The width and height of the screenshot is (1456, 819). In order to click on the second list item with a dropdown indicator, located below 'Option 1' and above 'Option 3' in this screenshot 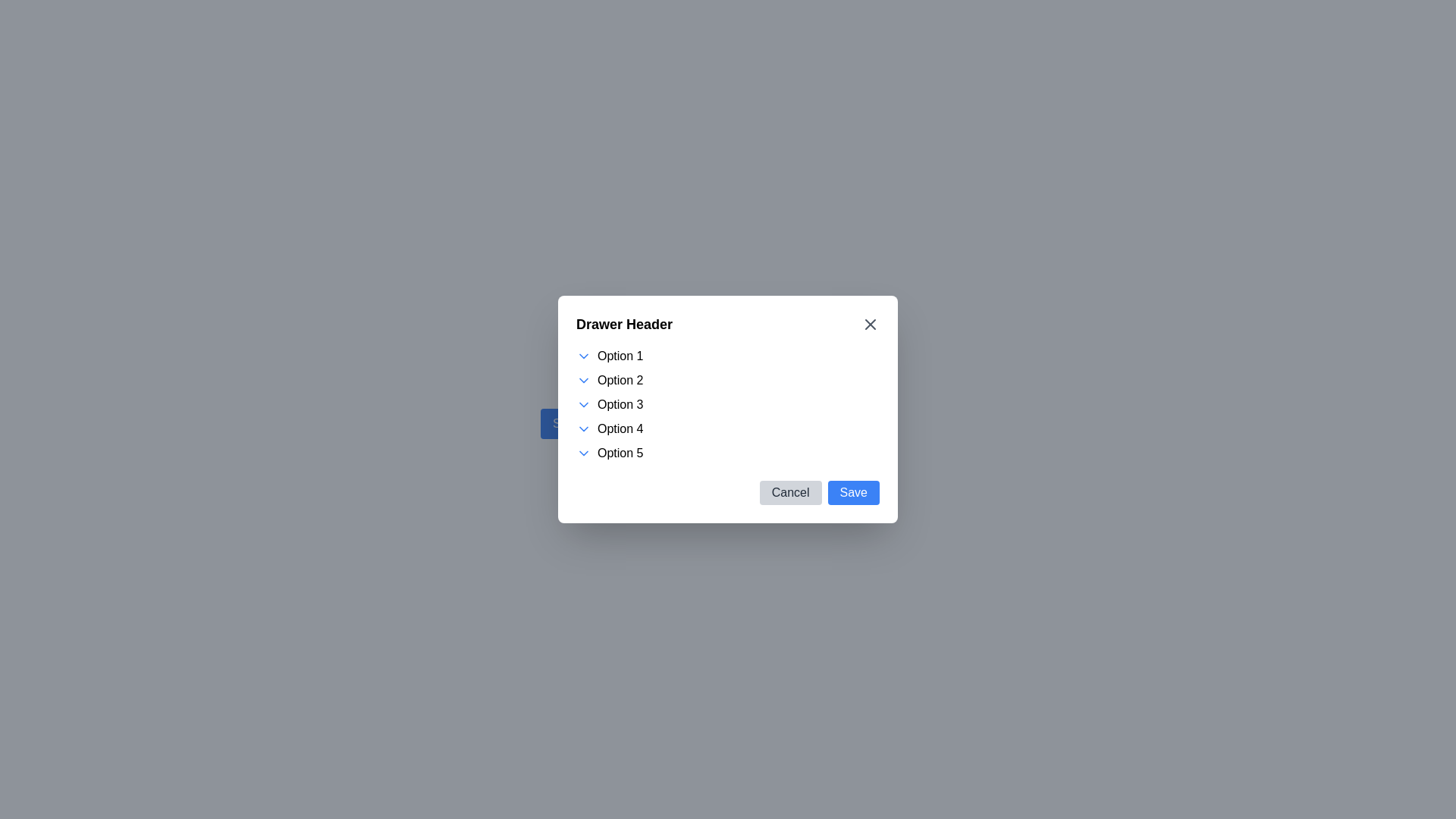, I will do `click(728, 379)`.